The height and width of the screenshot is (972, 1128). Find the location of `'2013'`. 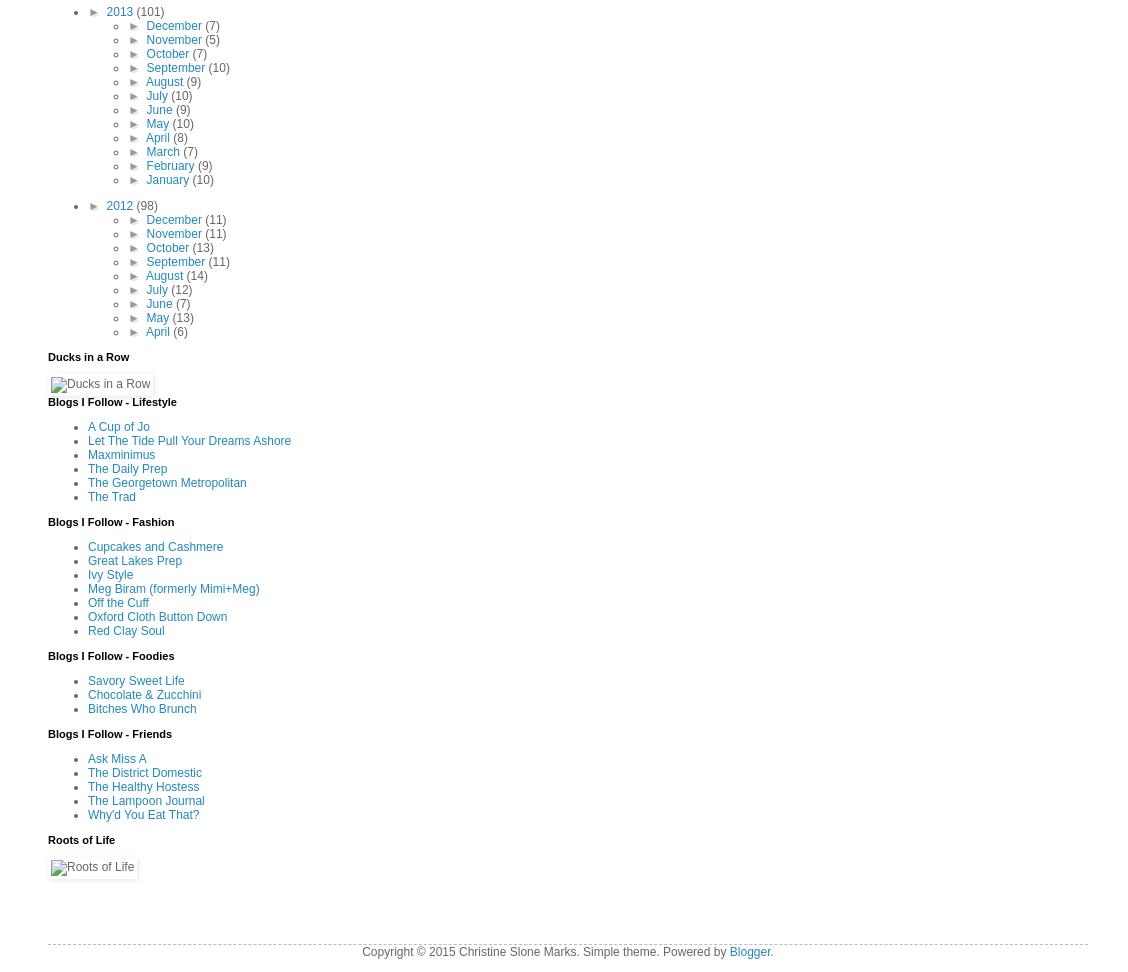

'2013' is located at coordinates (121, 10).